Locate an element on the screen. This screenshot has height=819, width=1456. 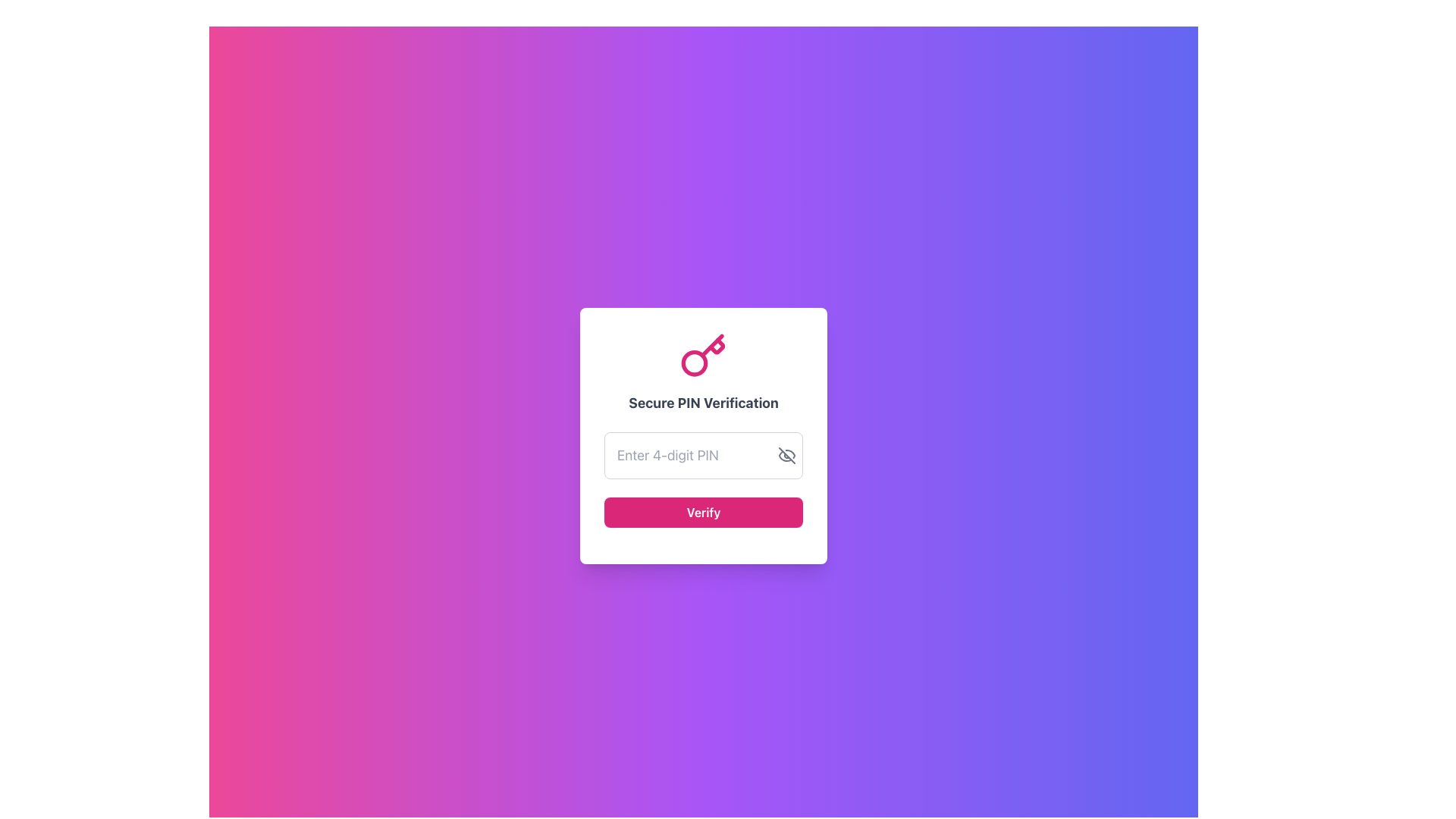
inside the text input field for entering a 4-digit PIN, which is styled with a light-gray border and has a placeholder text 'Enter 4-digit PIN', to focus it is located at coordinates (702, 455).